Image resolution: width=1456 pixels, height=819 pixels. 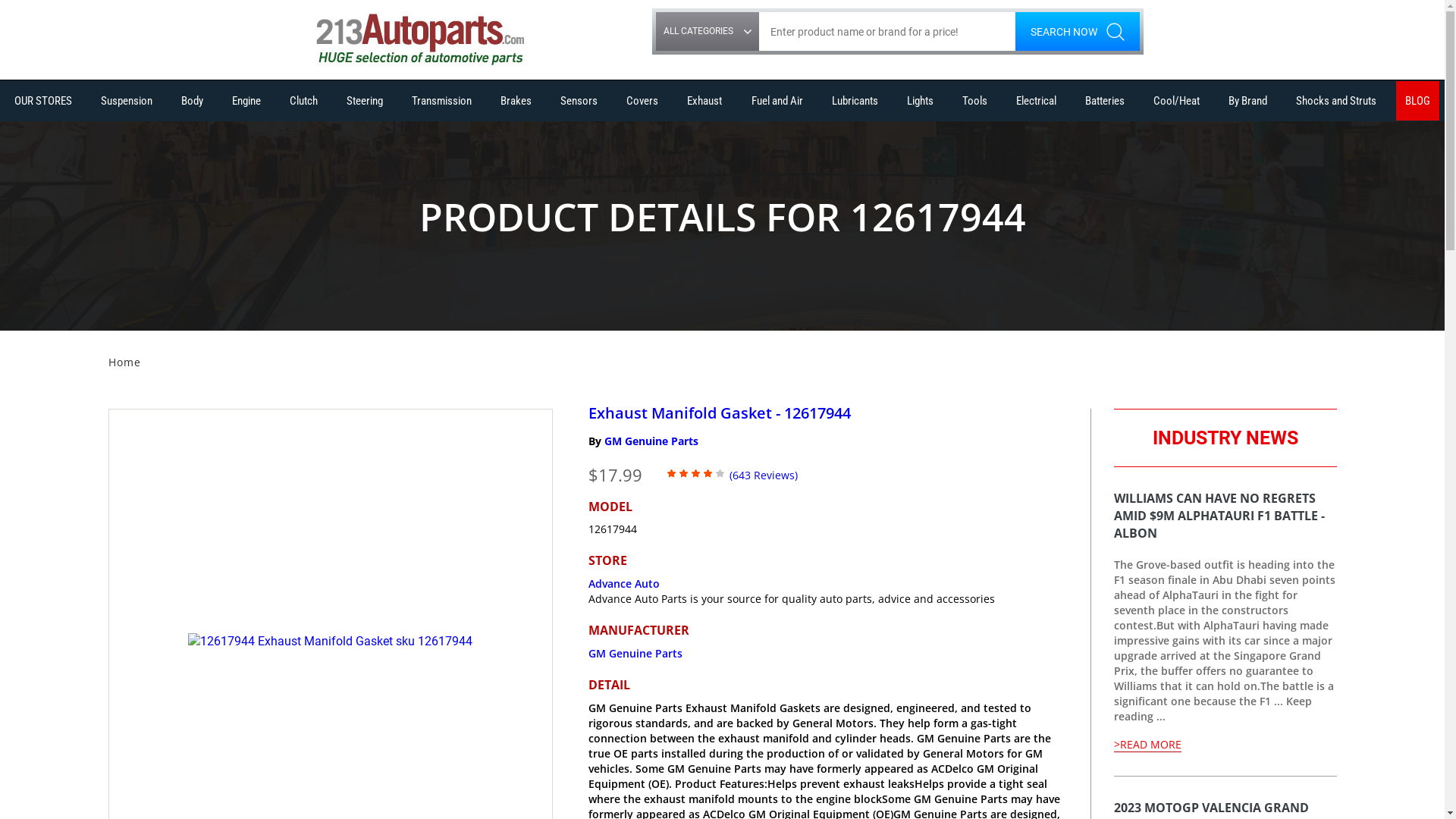 What do you see at coordinates (1335, 100) in the screenshot?
I see `'Shocks and Struts'` at bounding box center [1335, 100].